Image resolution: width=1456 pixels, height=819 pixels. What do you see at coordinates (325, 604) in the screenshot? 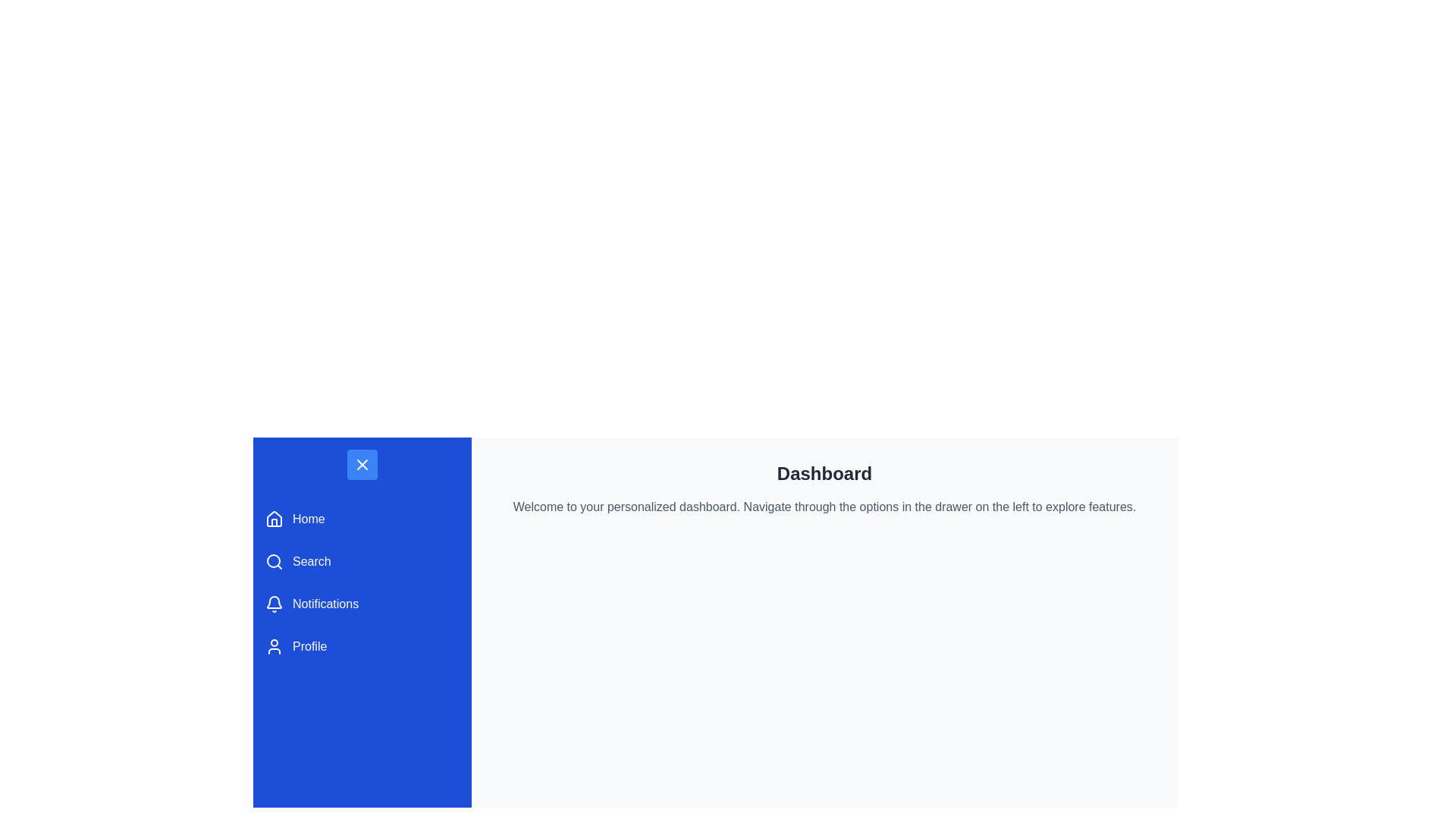
I see `Notifications label located within the navigation menu, positioned between the Search and Profile options, with a bell icon on the left` at bounding box center [325, 604].